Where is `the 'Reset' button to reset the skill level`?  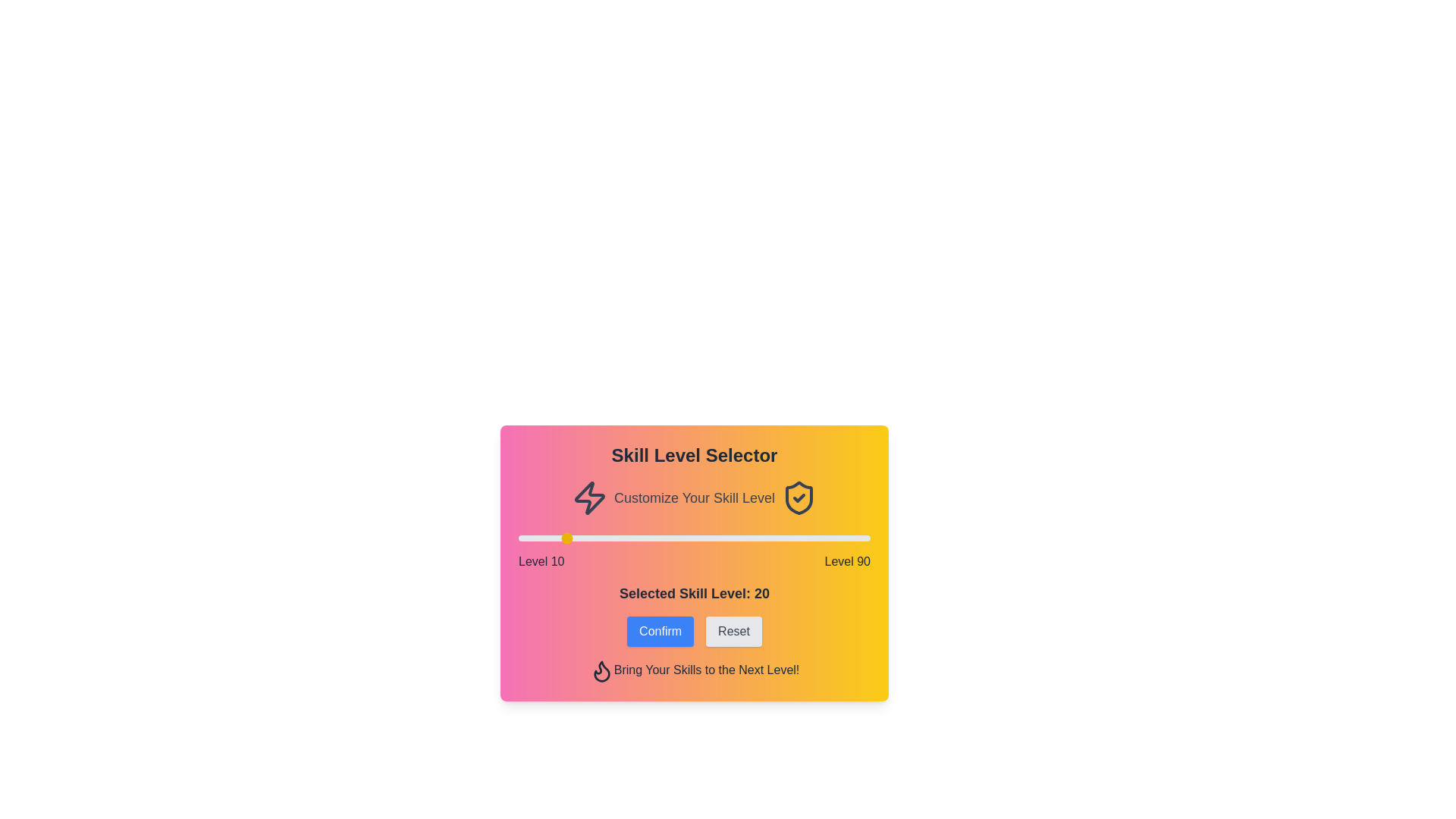 the 'Reset' button to reset the skill level is located at coordinates (734, 632).